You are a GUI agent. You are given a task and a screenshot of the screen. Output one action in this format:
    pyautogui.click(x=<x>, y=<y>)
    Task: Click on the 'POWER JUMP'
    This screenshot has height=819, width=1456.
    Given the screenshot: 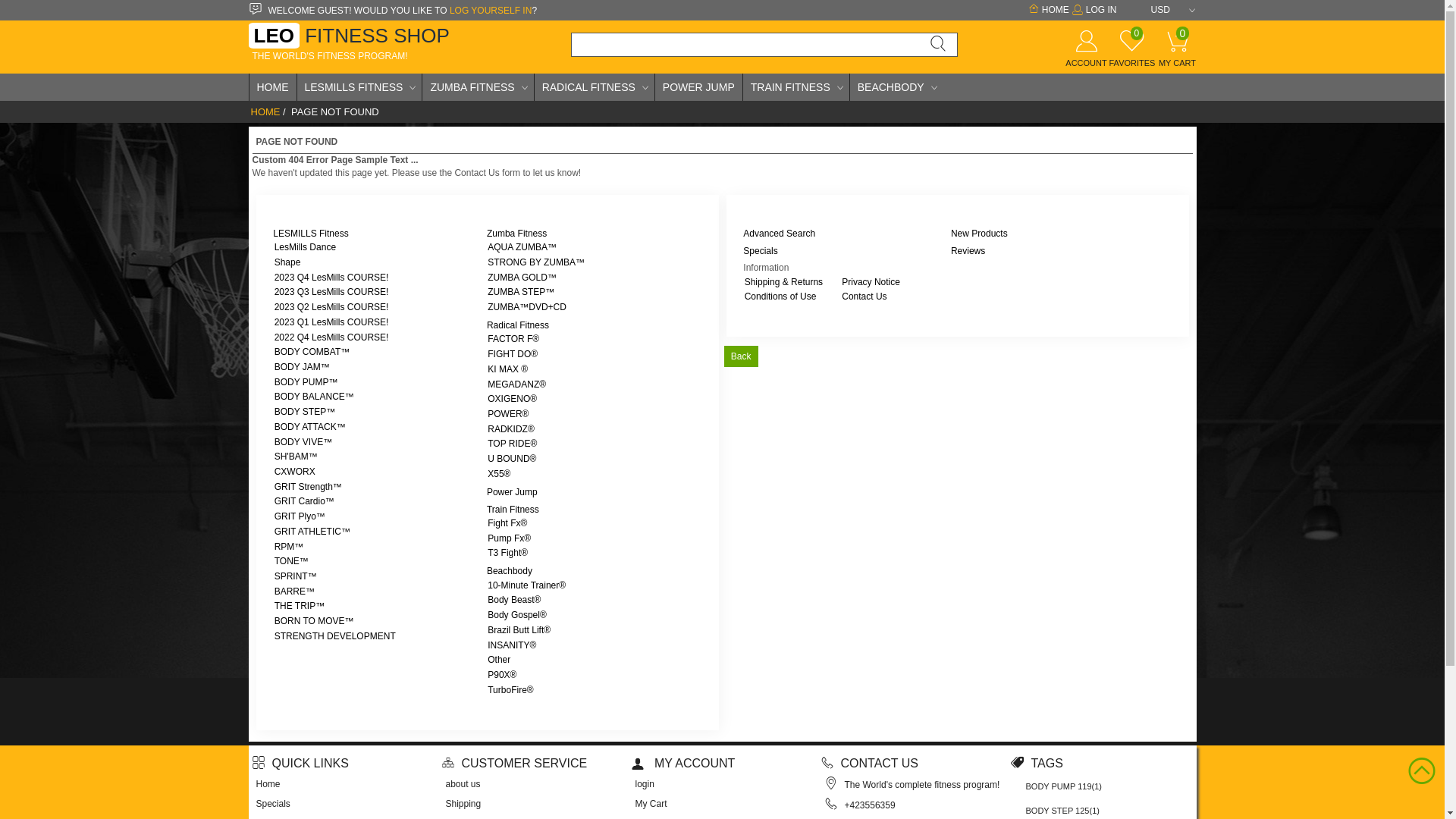 What is the action you would take?
    pyautogui.click(x=698, y=87)
    